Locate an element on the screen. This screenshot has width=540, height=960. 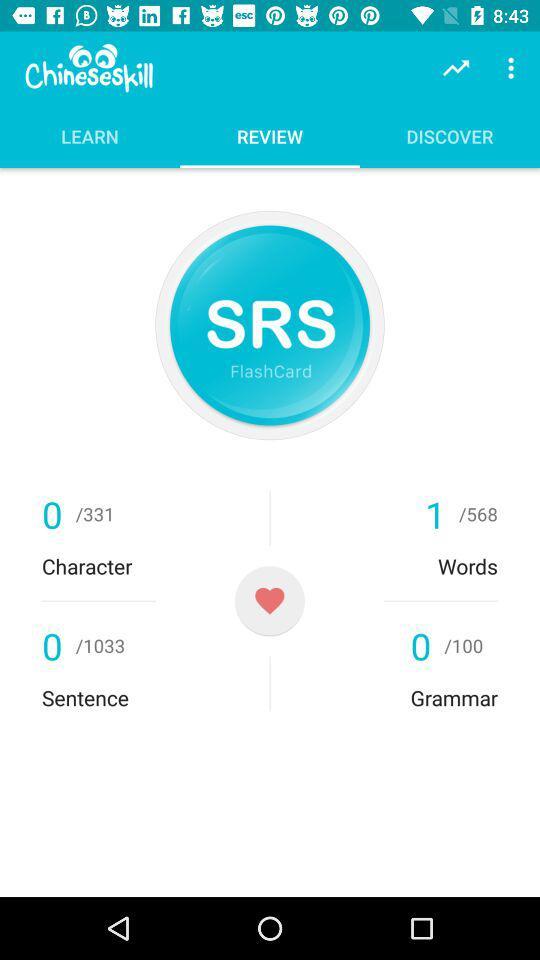
like is located at coordinates (269, 600).